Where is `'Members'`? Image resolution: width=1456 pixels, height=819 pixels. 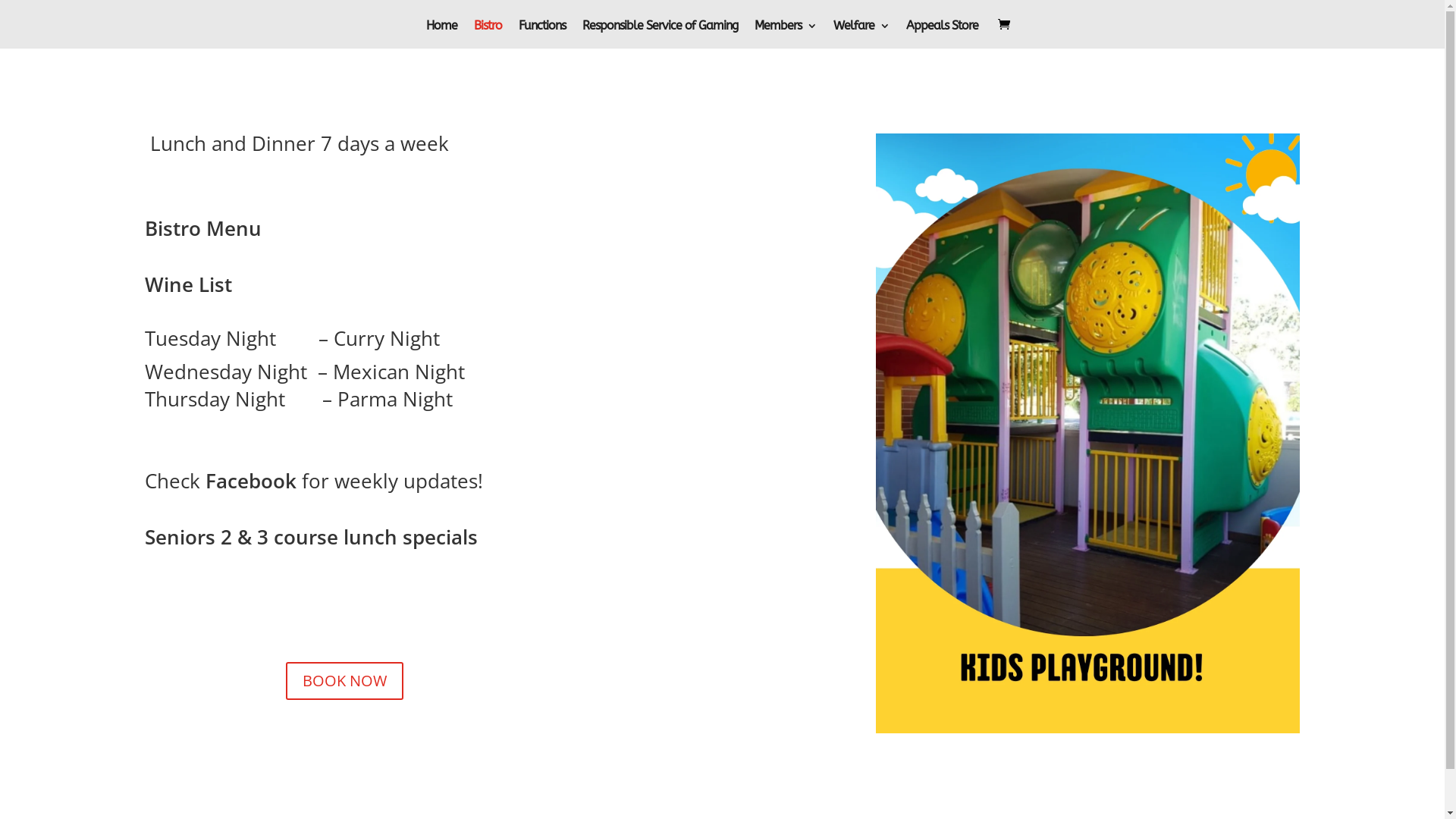 'Members' is located at coordinates (785, 34).